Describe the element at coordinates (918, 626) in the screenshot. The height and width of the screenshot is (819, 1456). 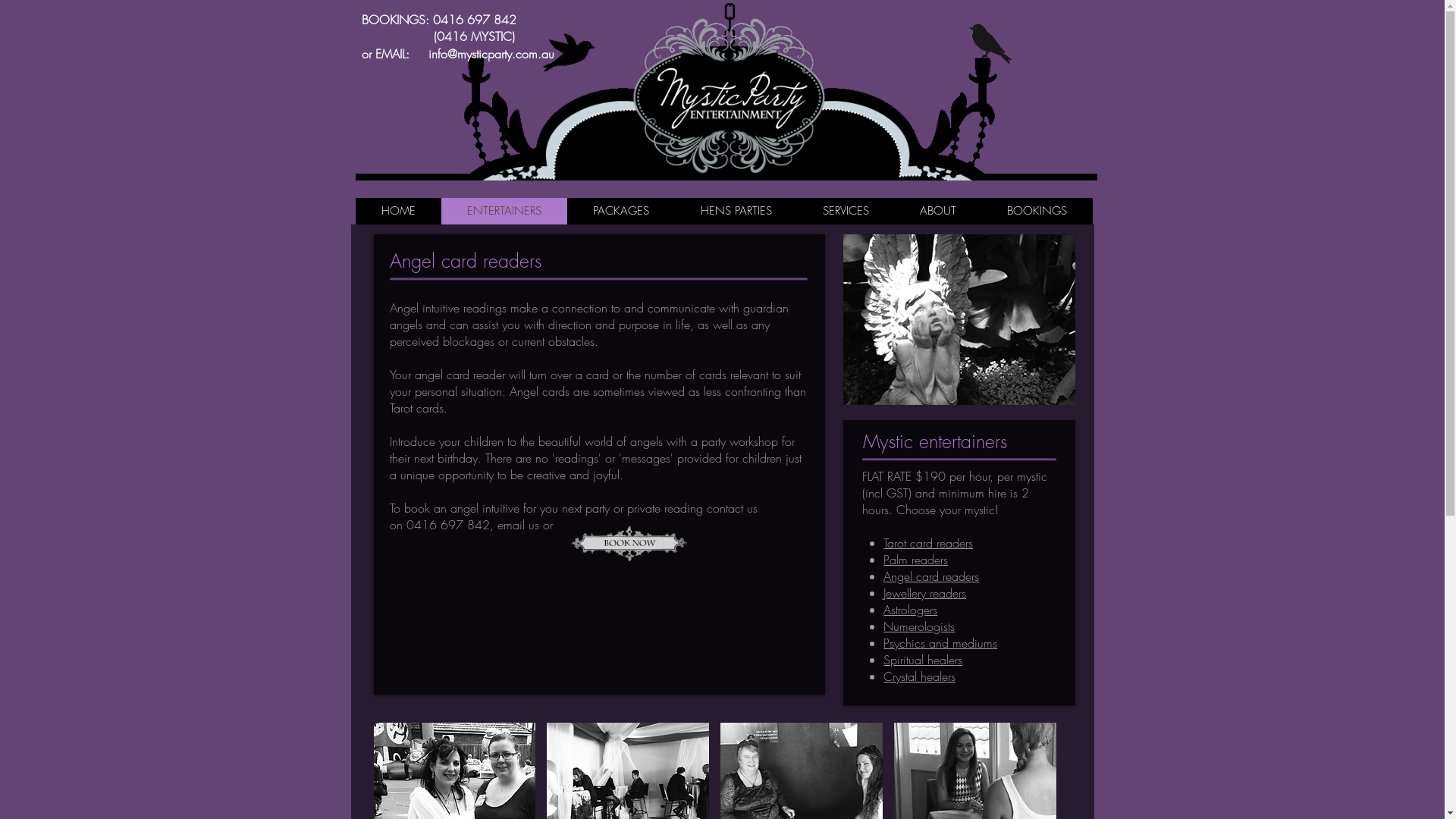
I see `'Numerologists'` at that location.